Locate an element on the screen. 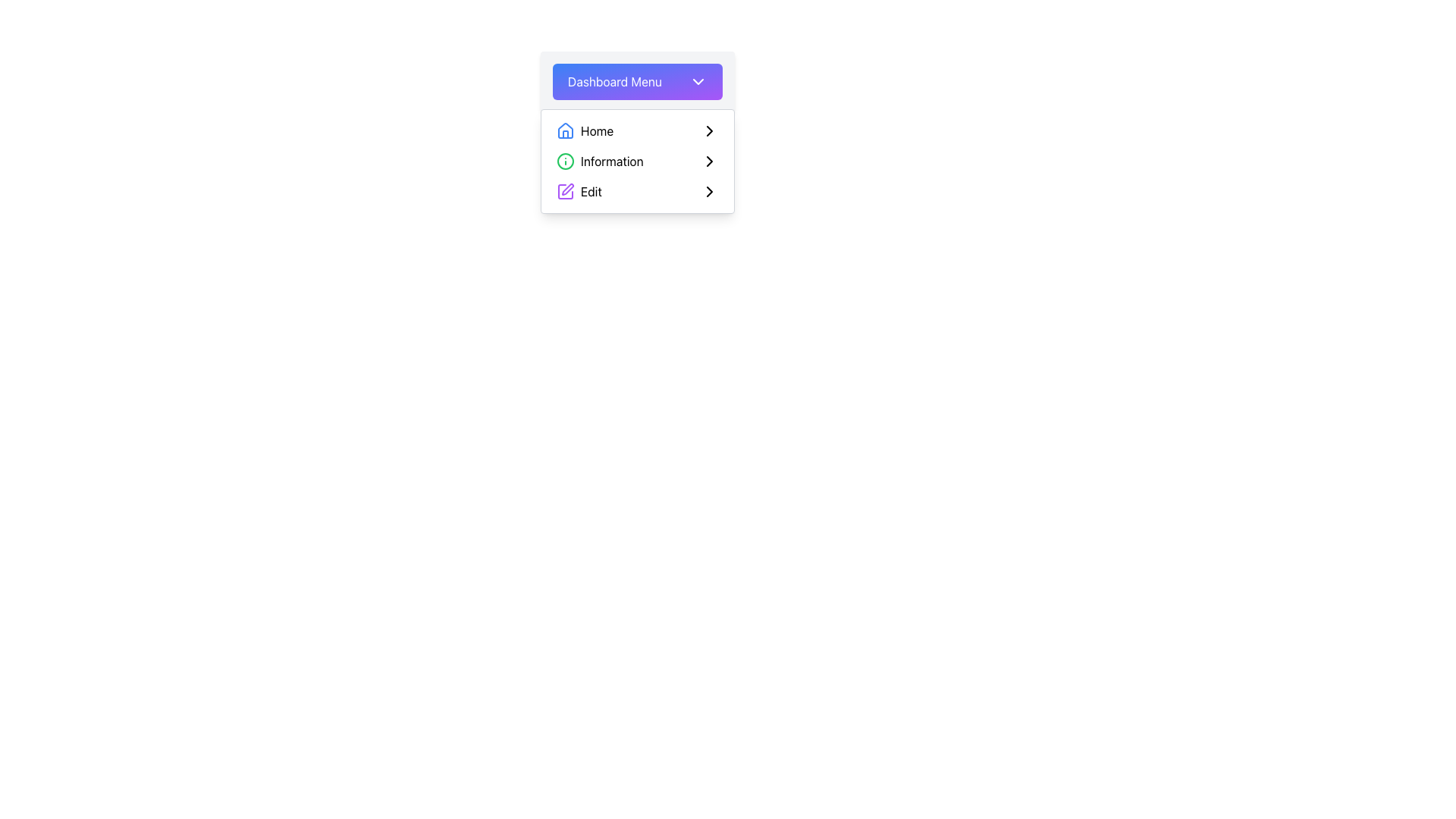 This screenshot has height=819, width=1456. the 'Edit' action icon in the dropdown menu, located to the left of the 'Edit' menu option, which is the third item in the vertical dropdown menu is located at coordinates (566, 189).